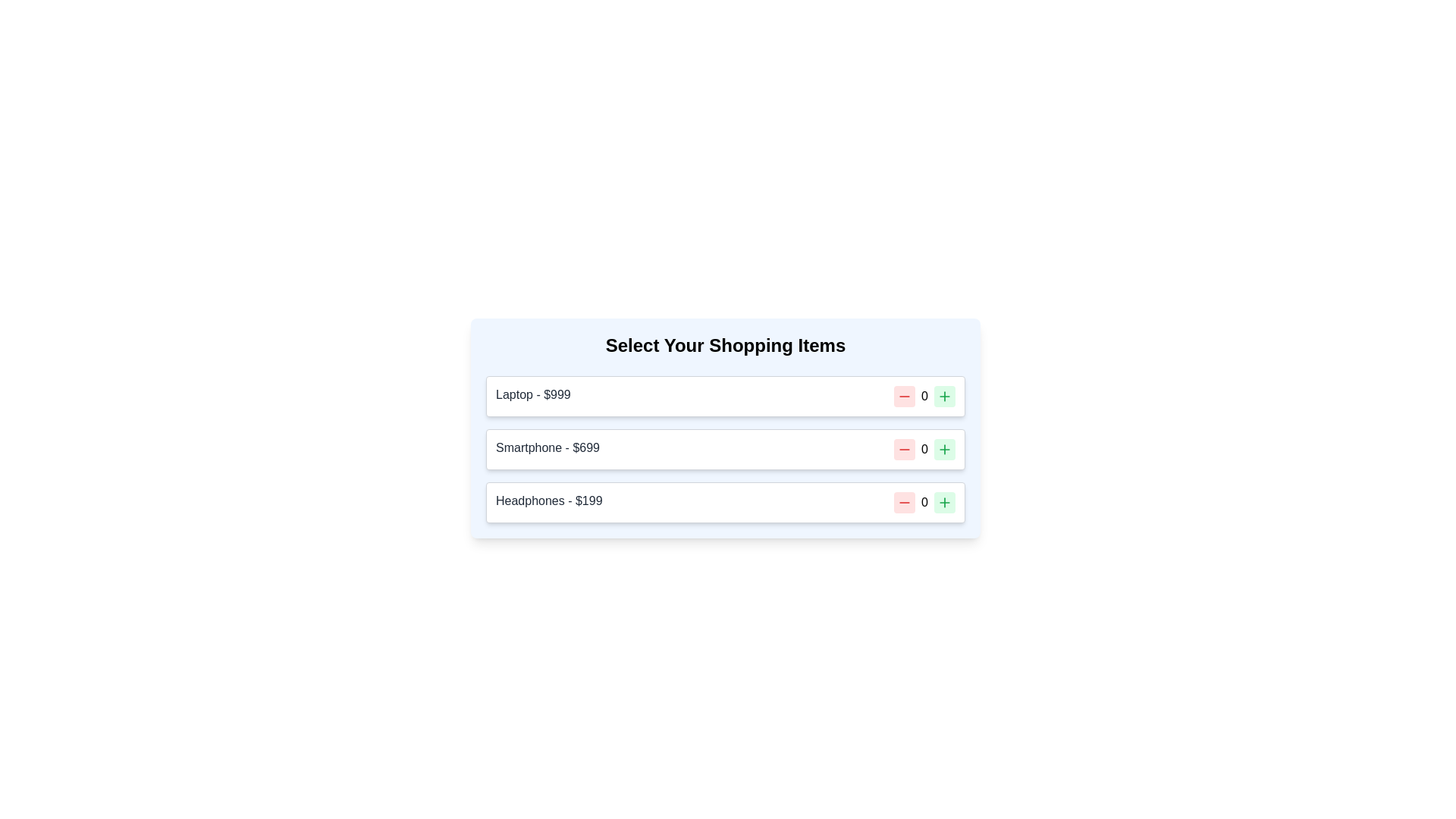 Image resolution: width=1456 pixels, height=819 pixels. What do you see at coordinates (905, 503) in the screenshot?
I see `the decrement button for the 'Headphones' item` at bounding box center [905, 503].